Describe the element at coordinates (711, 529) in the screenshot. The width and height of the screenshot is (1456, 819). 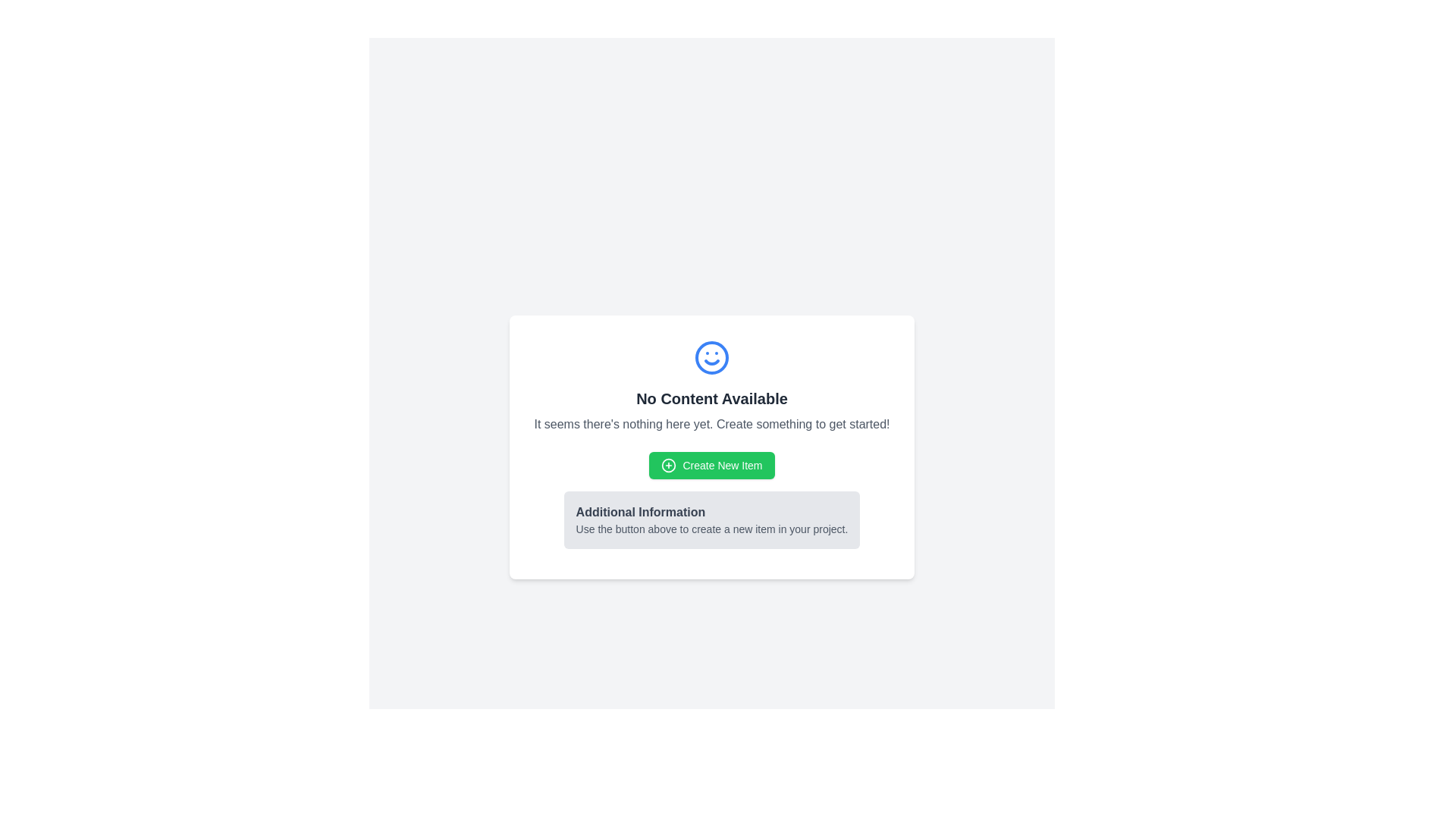
I see `static text element that says 'Use the button above to create a new item in your project.' positioned below the 'Additional Information' section` at that location.